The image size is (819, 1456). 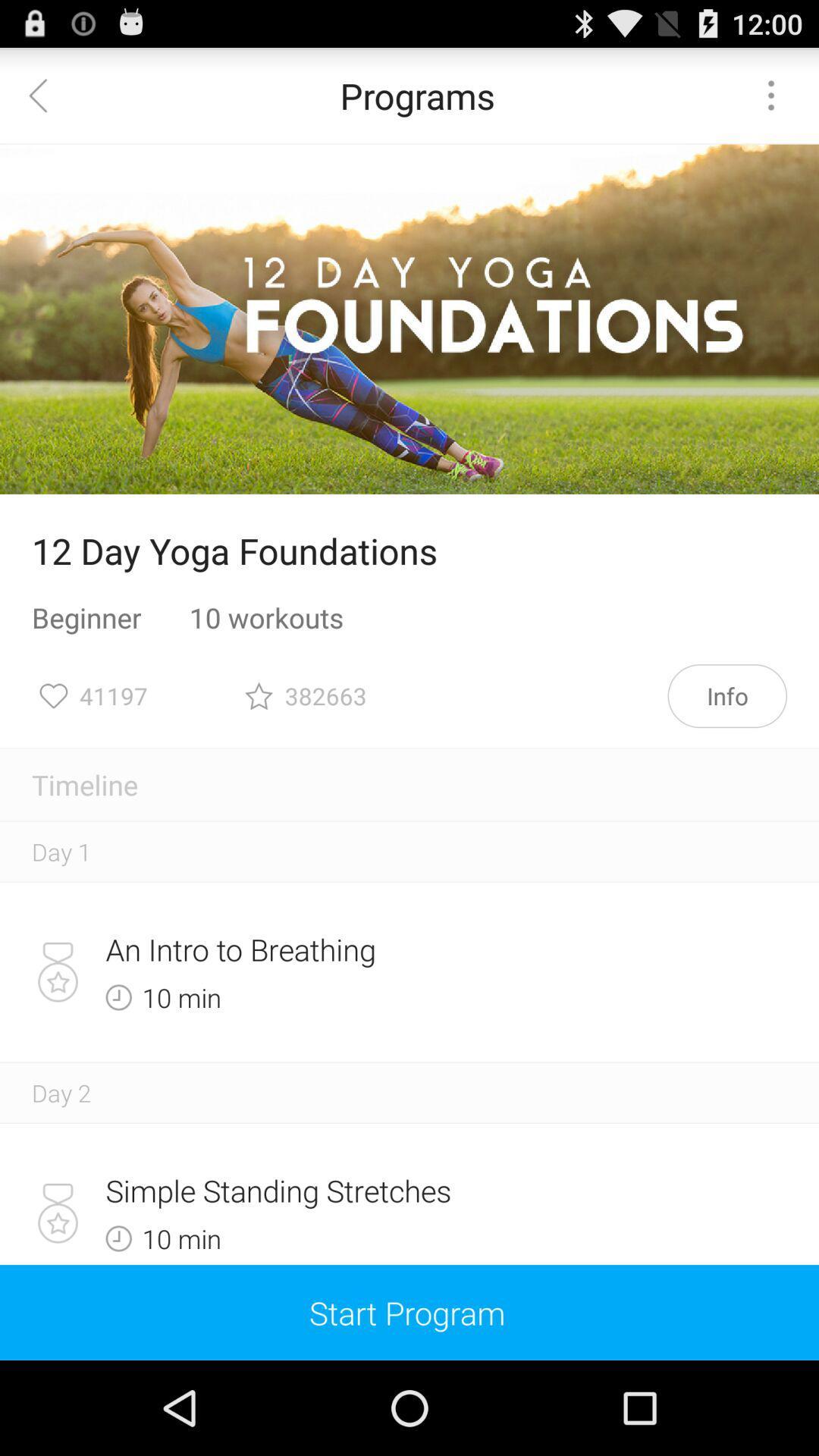 I want to click on item next to the programs item, so click(x=46, y=94).